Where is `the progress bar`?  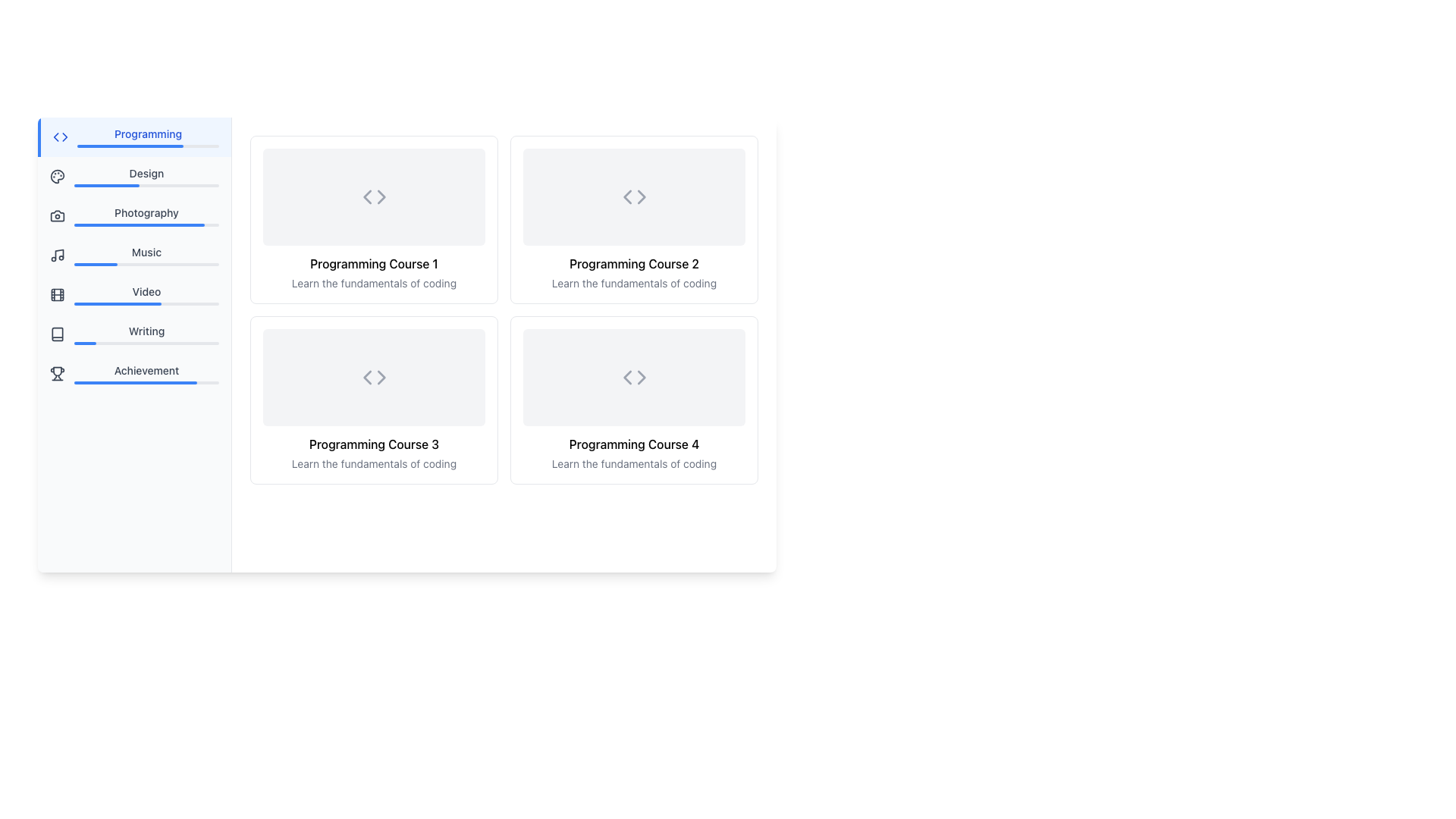
the progress bar is located at coordinates (206, 304).